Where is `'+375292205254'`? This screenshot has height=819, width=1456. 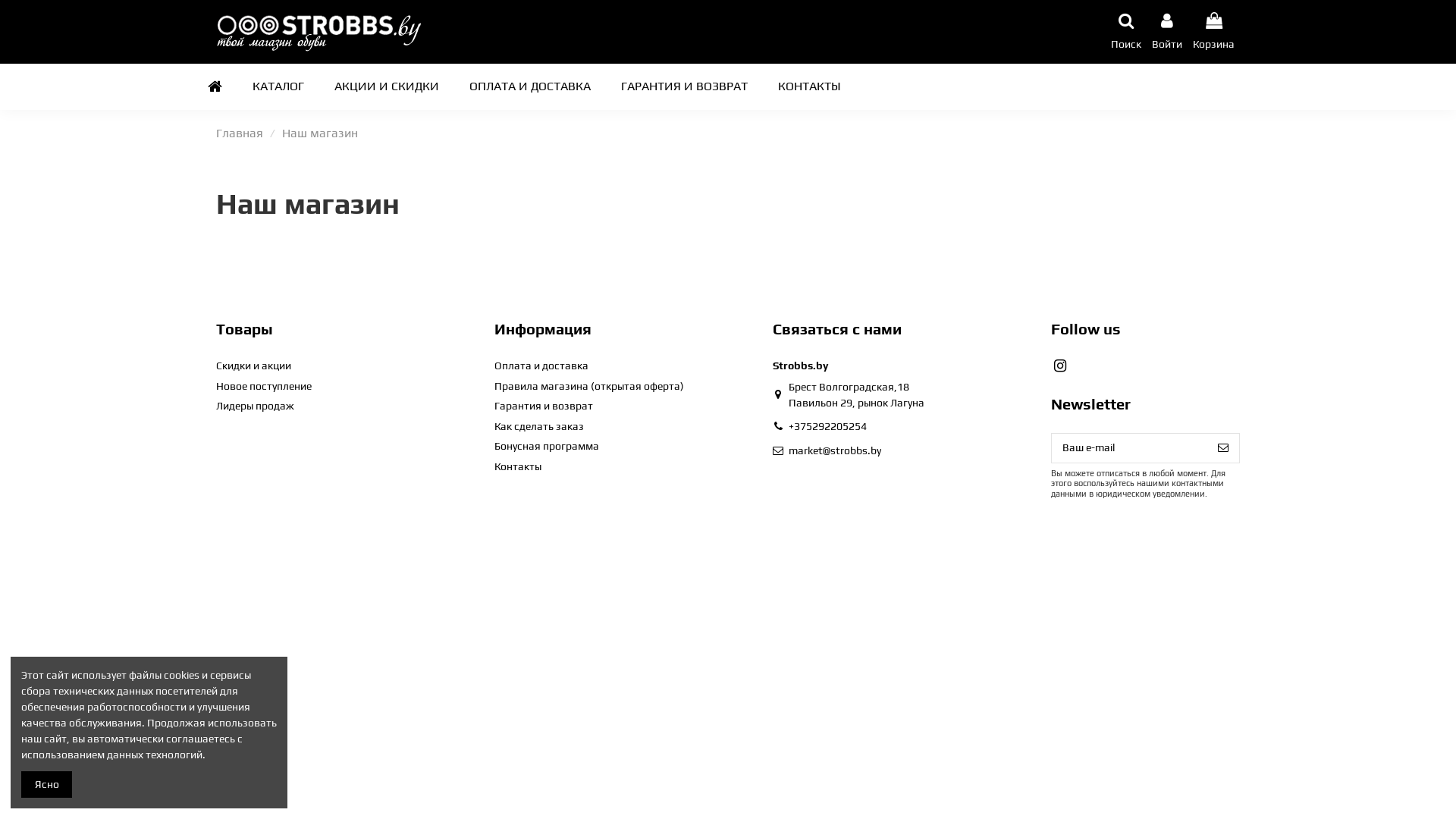 '+375292205254' is located at coordinates (827, 426).